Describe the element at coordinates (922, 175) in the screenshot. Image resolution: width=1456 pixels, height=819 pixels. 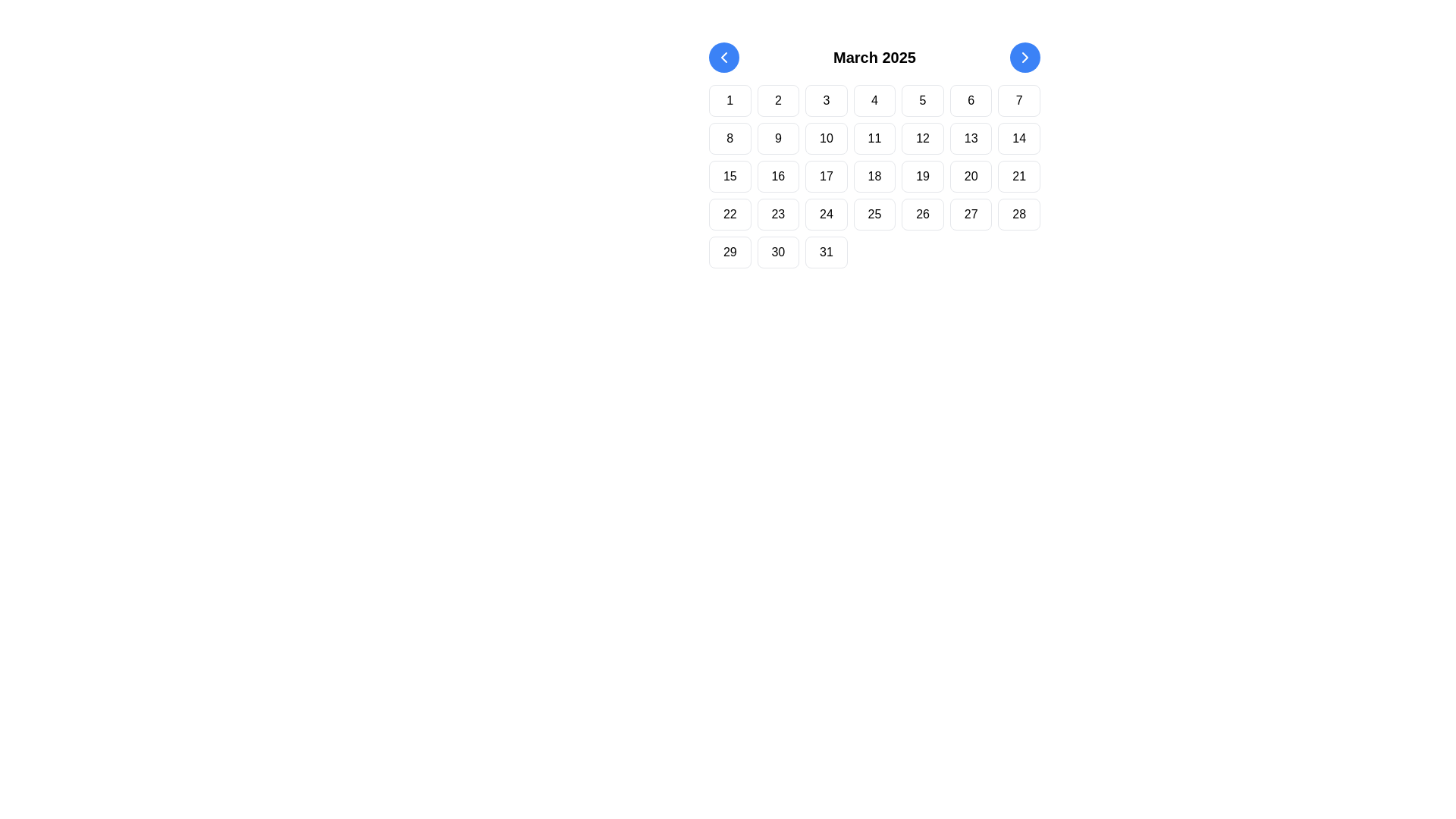
I see `the button representing the 19th day of March 2025 in the calendar grid` at that location.